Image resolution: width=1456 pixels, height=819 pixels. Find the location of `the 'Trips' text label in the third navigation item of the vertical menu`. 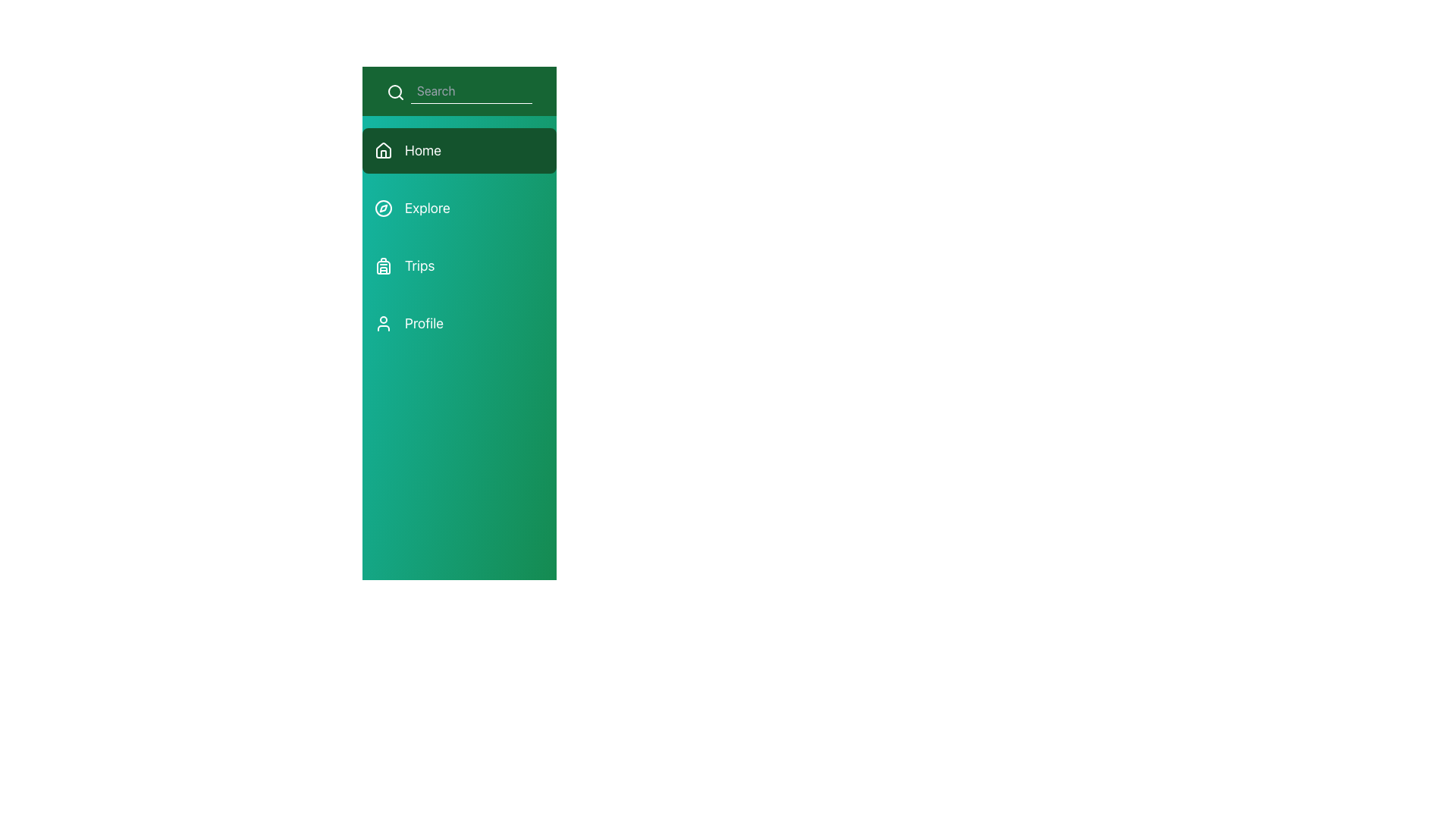

the 'Trips' text label in the third navigation item of the vertical menu is located at coordinates (419, 265).